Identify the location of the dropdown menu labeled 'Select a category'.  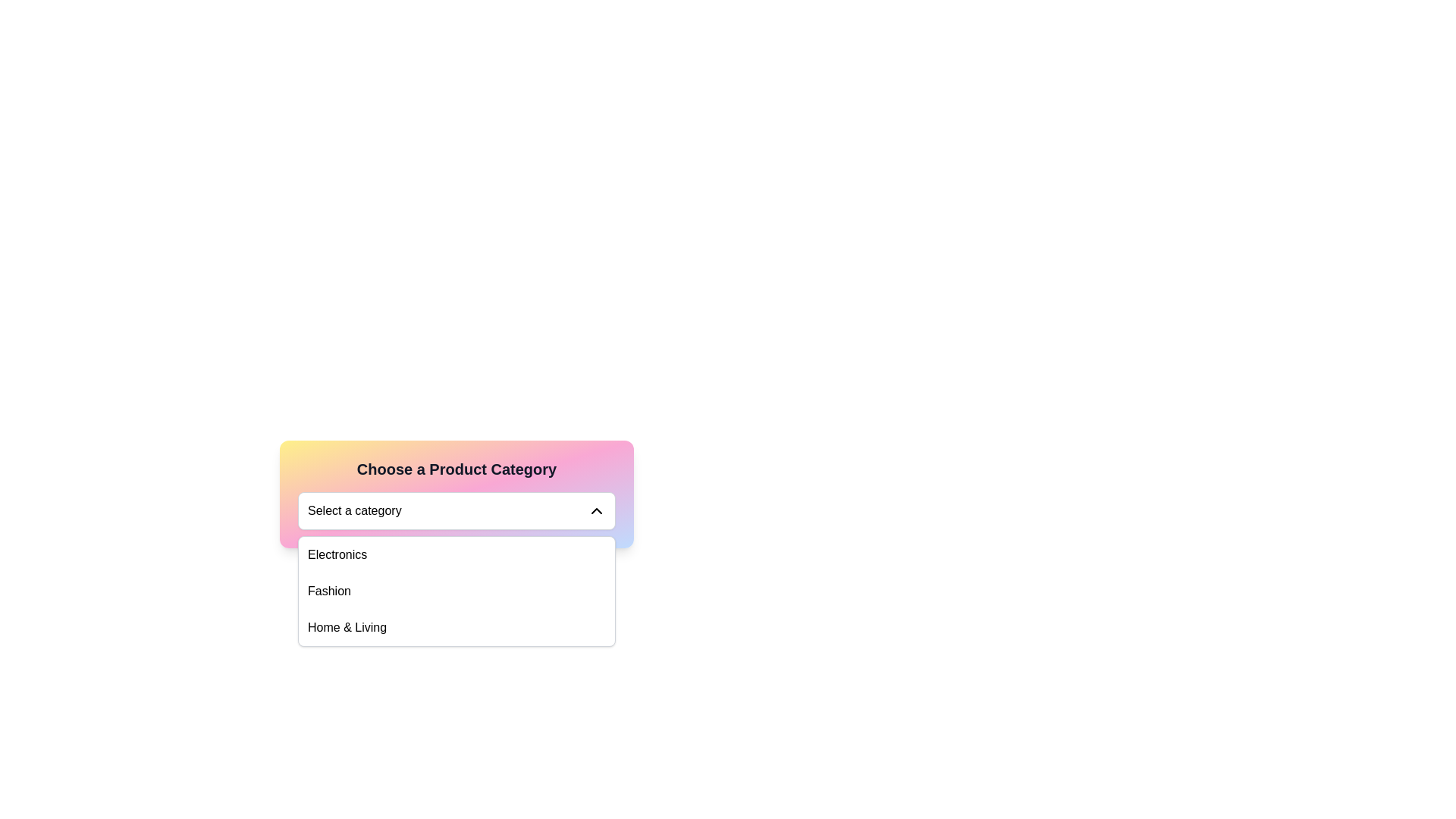
(456, 511).